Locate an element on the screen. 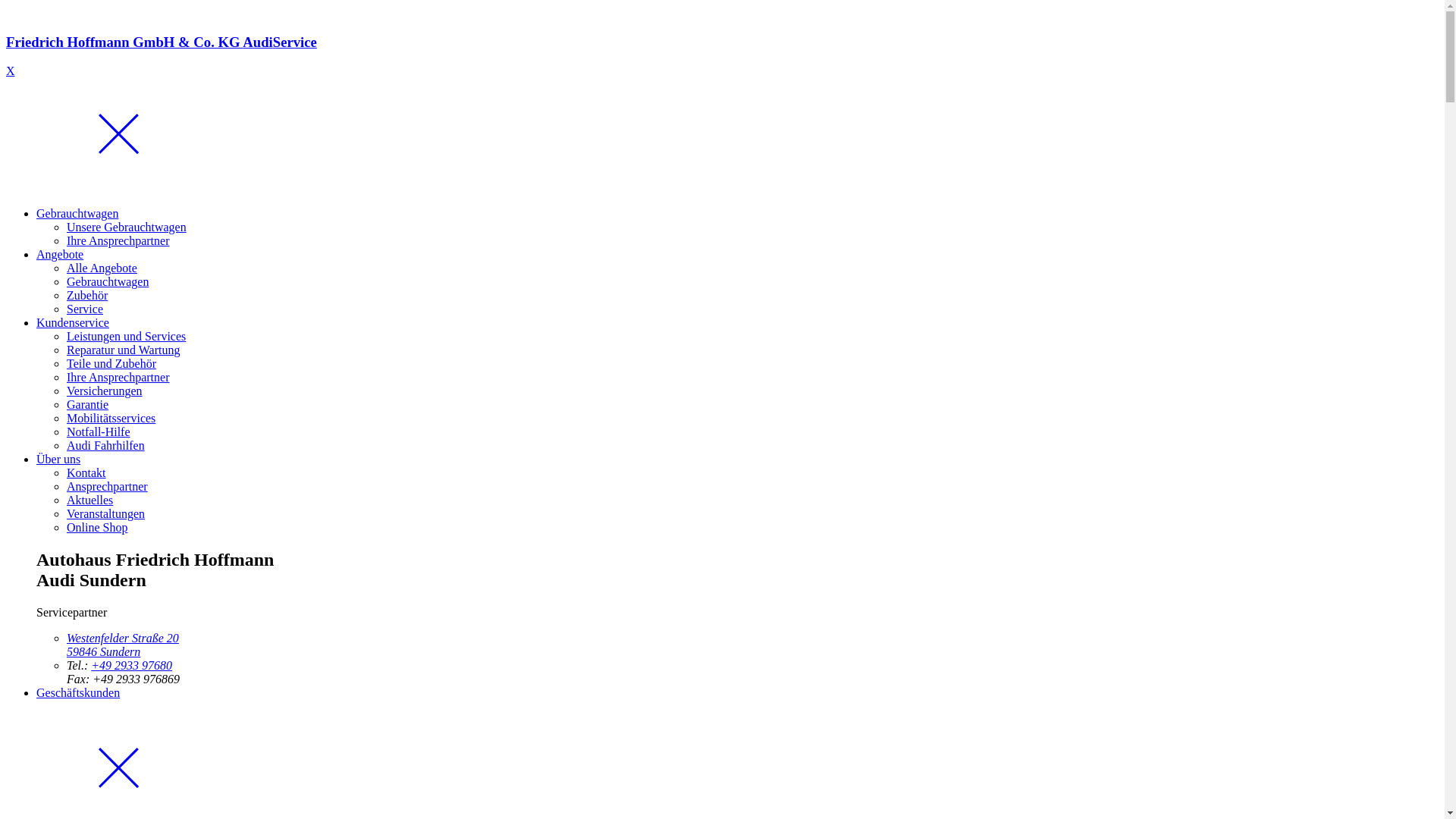 Image resolution: width=1456 pixels, height=819 pixels. 'Unsere Gebrauchtwagen' is located at coordinates (127, 227).